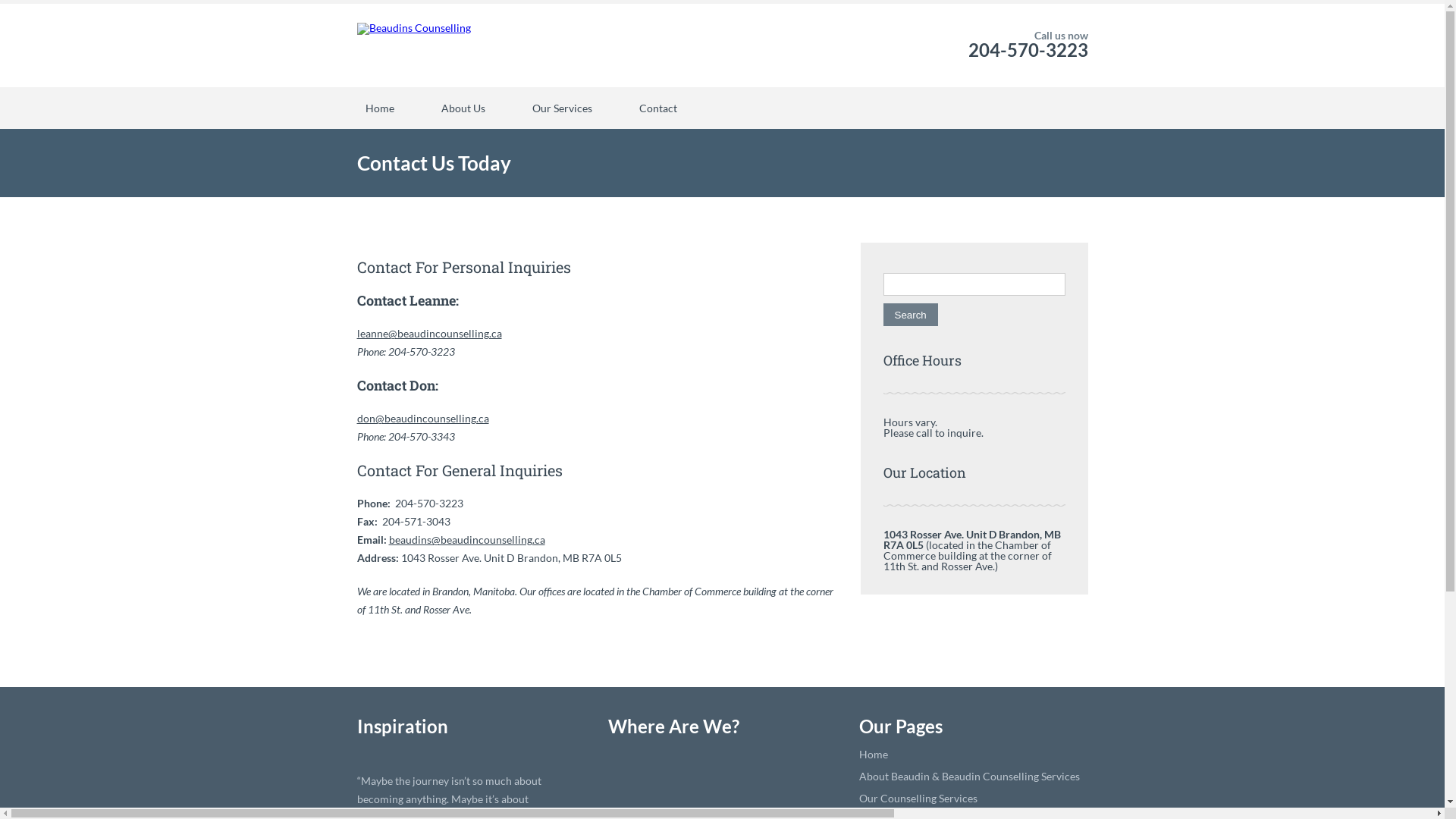 The width and height of the screenshot is (1456, 819). What do you see at coordinates (465, 538) in the screenshot?
I see `'beaudins@beaudincounselling.ca'` at bounding box center [465, 538].